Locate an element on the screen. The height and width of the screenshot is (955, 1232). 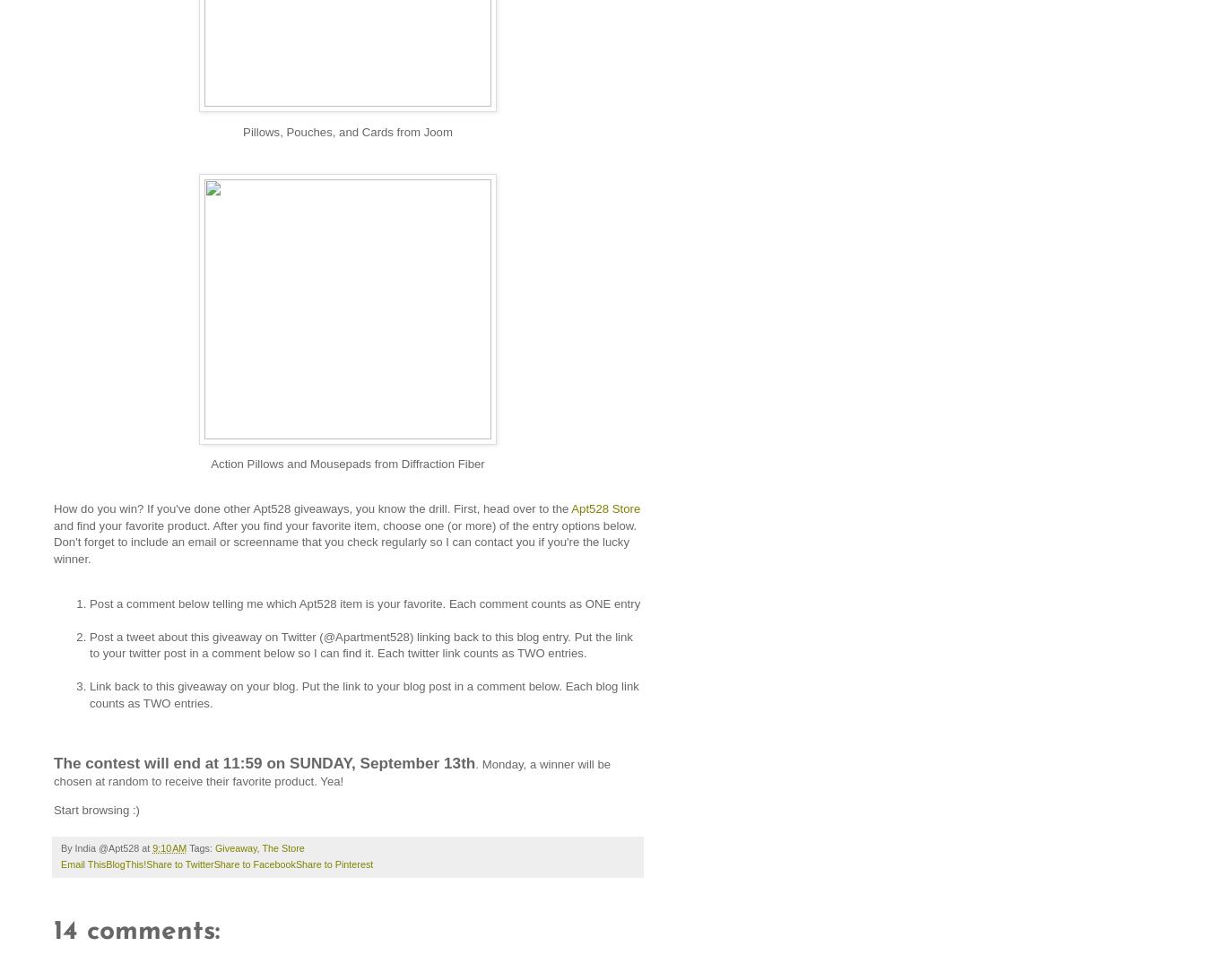
'Pillows, Pouches, and Cards from Joom' is located at coordinates (347, 130).